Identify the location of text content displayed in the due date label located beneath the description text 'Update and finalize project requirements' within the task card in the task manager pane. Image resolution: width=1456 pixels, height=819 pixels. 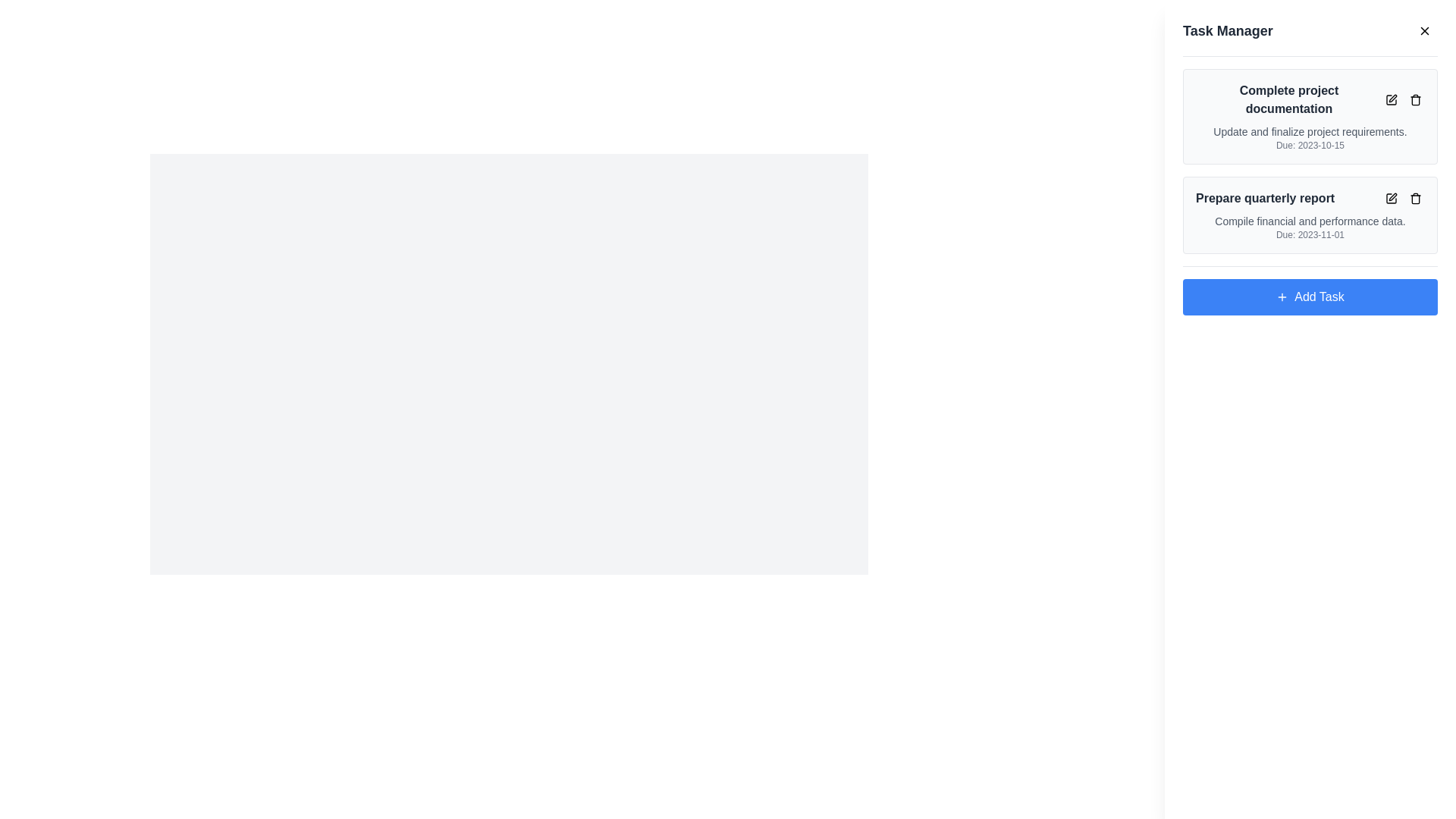
(1310, 146).